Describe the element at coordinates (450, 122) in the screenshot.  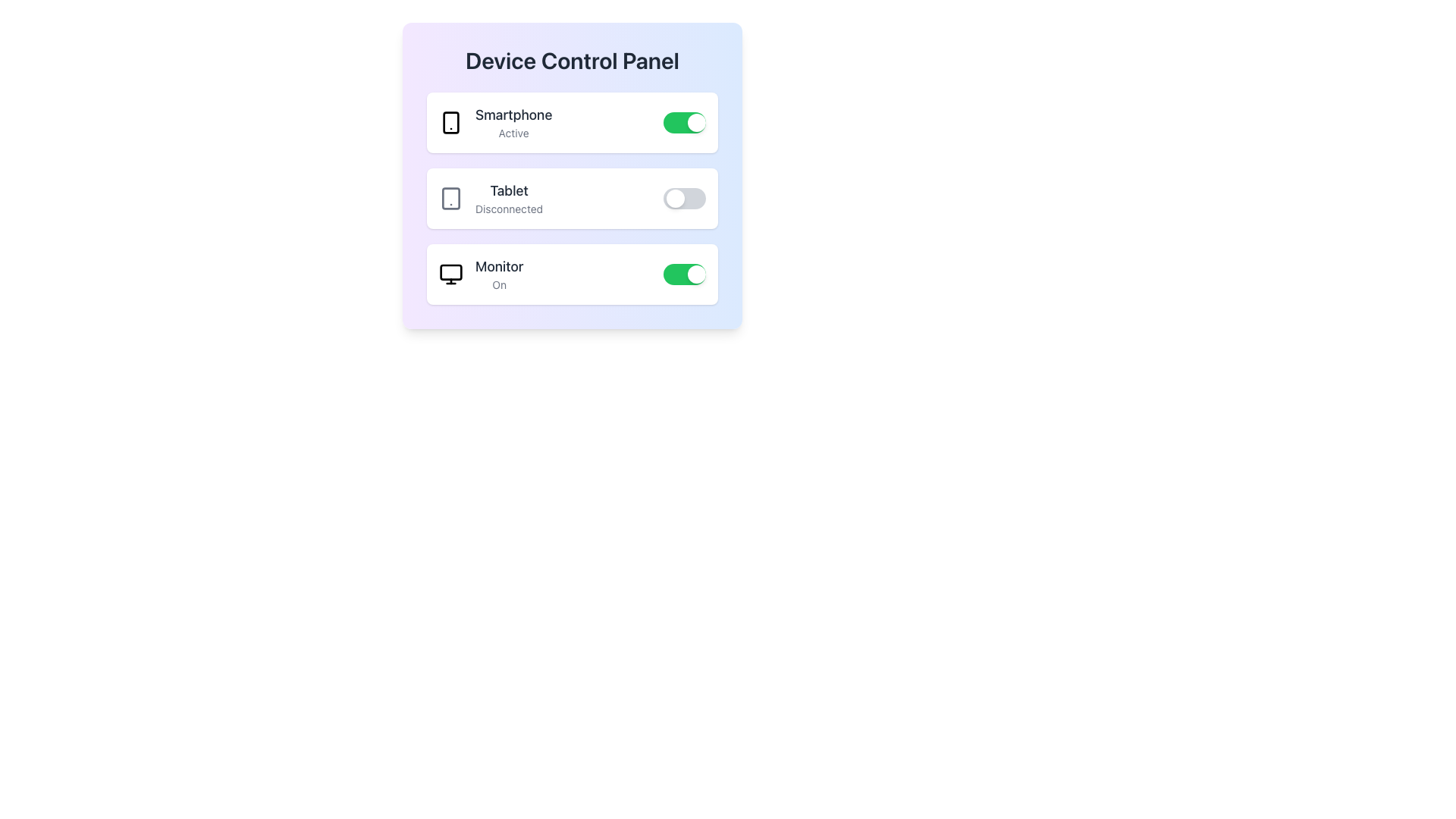
I see `the smartphone icon, which is a green line drawing with rounded corners located at the left side of the first entry in the device list of the control panel` at that location.